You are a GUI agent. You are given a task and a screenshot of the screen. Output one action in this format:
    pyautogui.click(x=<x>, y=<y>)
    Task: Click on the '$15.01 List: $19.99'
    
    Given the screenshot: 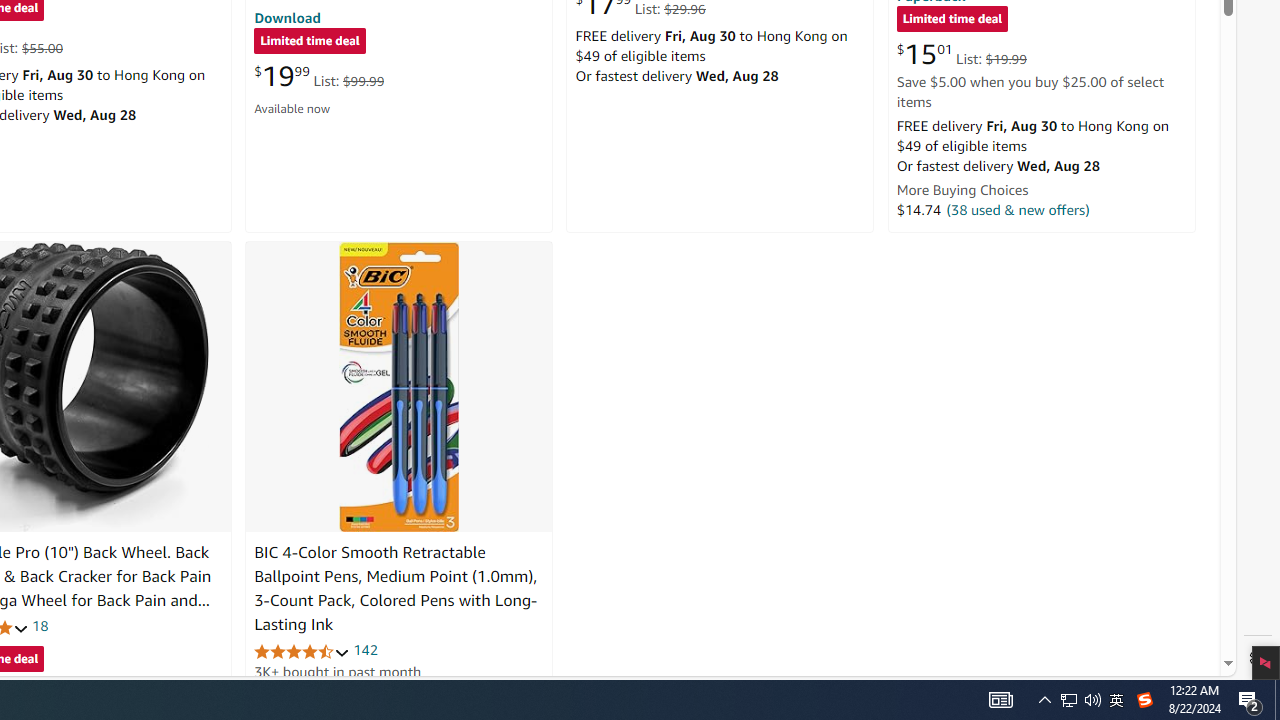 What is the action you would take?
    pyautogui.click(x=961, y=53)
    